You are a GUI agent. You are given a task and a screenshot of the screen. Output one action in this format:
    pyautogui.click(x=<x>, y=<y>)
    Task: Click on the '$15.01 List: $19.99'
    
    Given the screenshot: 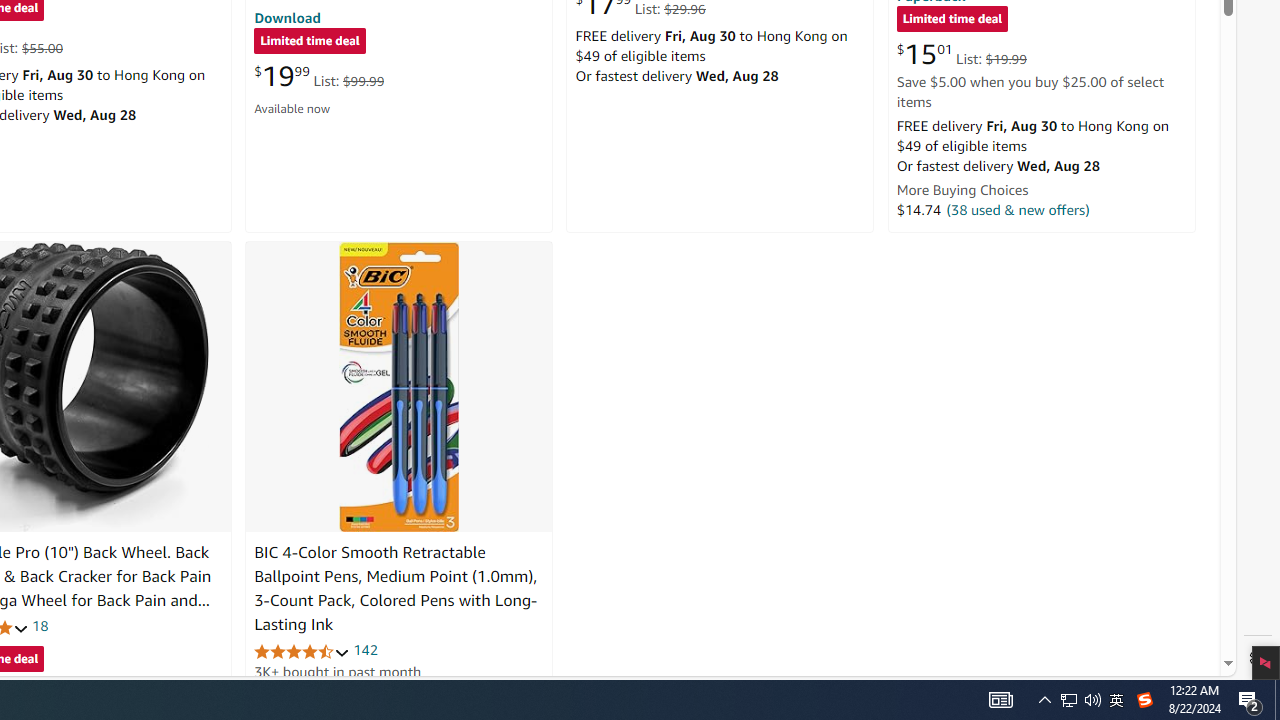 What is the action you would take?
    pyautogui.click(x=961, y=53)
    